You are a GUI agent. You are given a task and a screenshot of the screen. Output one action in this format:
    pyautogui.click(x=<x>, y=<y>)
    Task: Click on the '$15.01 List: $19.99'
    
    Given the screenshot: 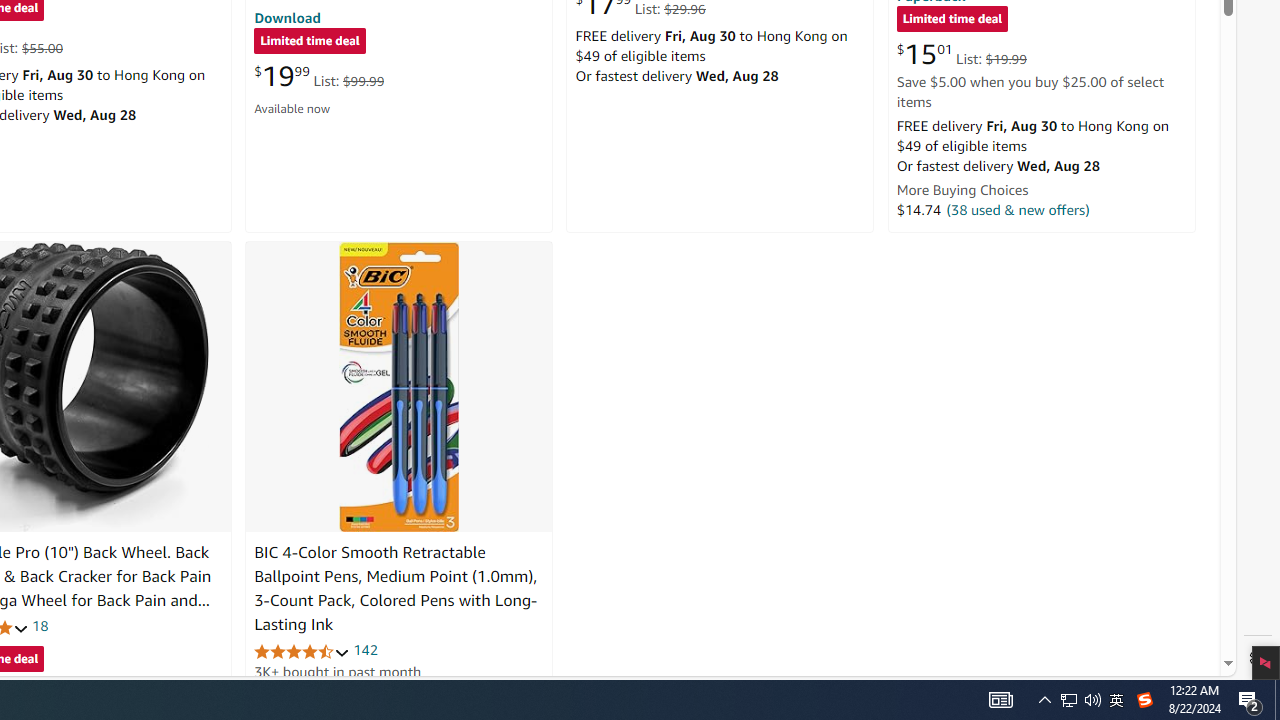 What is the action you would take?
    pyautogui.click(x=961, y=53)
    